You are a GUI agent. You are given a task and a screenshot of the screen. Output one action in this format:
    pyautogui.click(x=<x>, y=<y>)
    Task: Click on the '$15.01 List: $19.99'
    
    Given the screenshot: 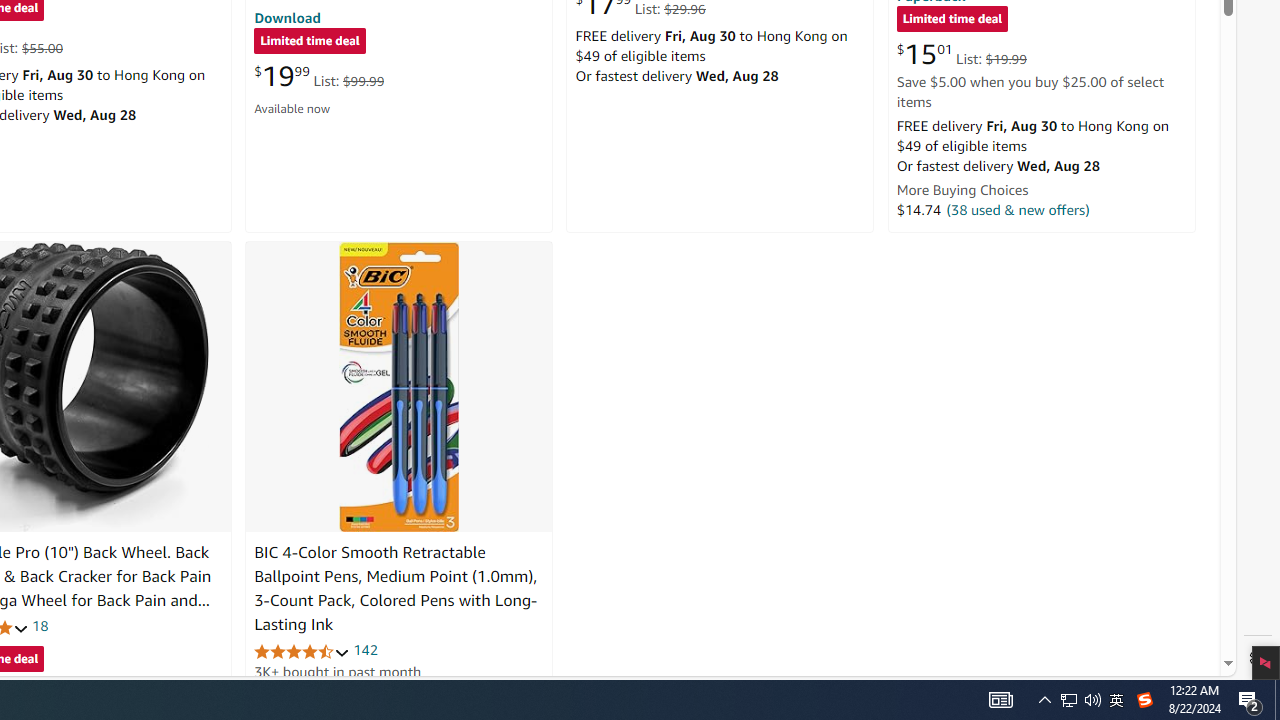 What is the action you would take?
    pyautogui.click(x=961, y=53)
    